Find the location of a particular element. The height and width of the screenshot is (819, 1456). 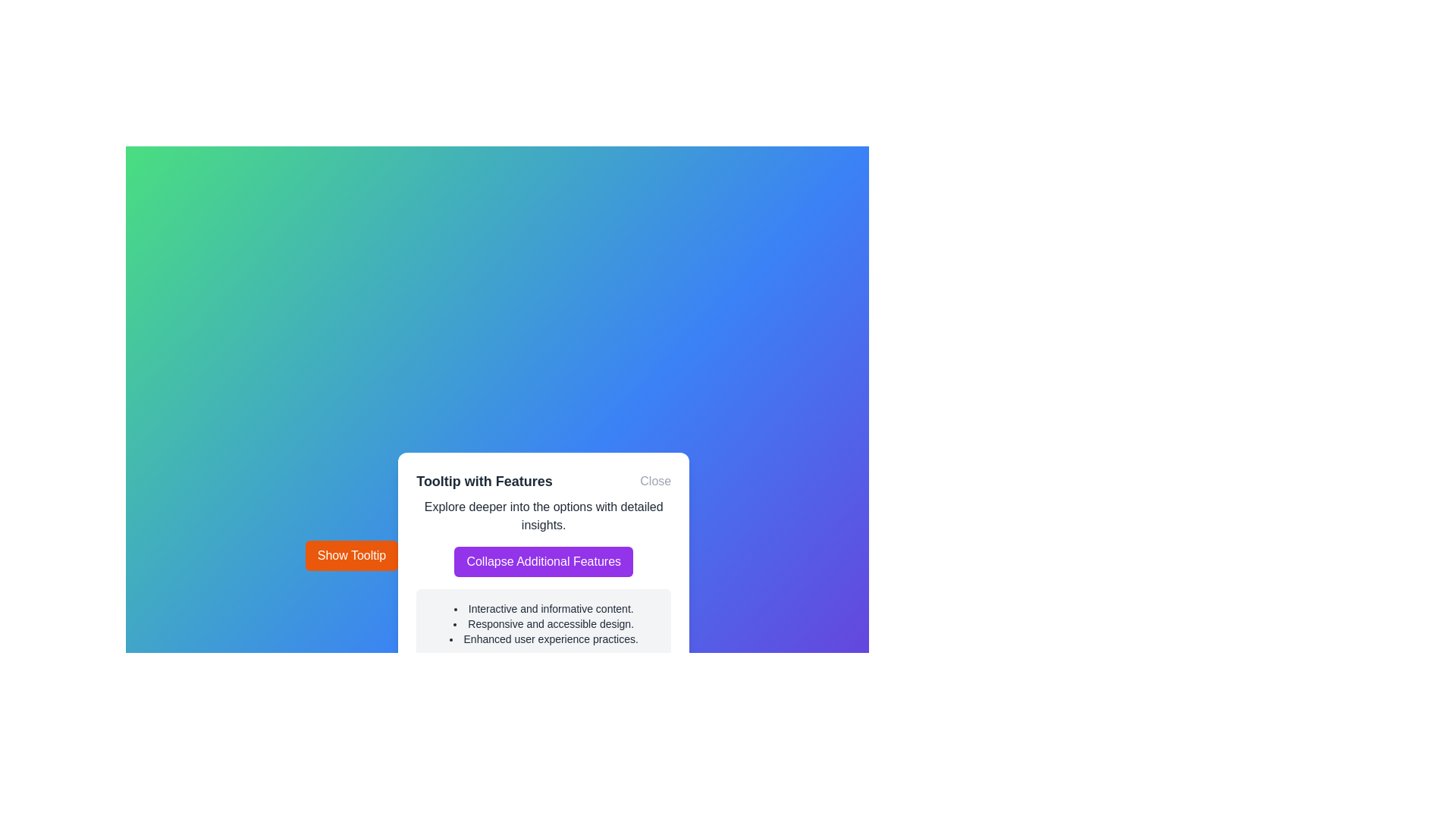

the third list item in the tooltip titled 'Tooltip with Features', which states 'Enhanced user experience practices.' is located at coordinates (544, 639).